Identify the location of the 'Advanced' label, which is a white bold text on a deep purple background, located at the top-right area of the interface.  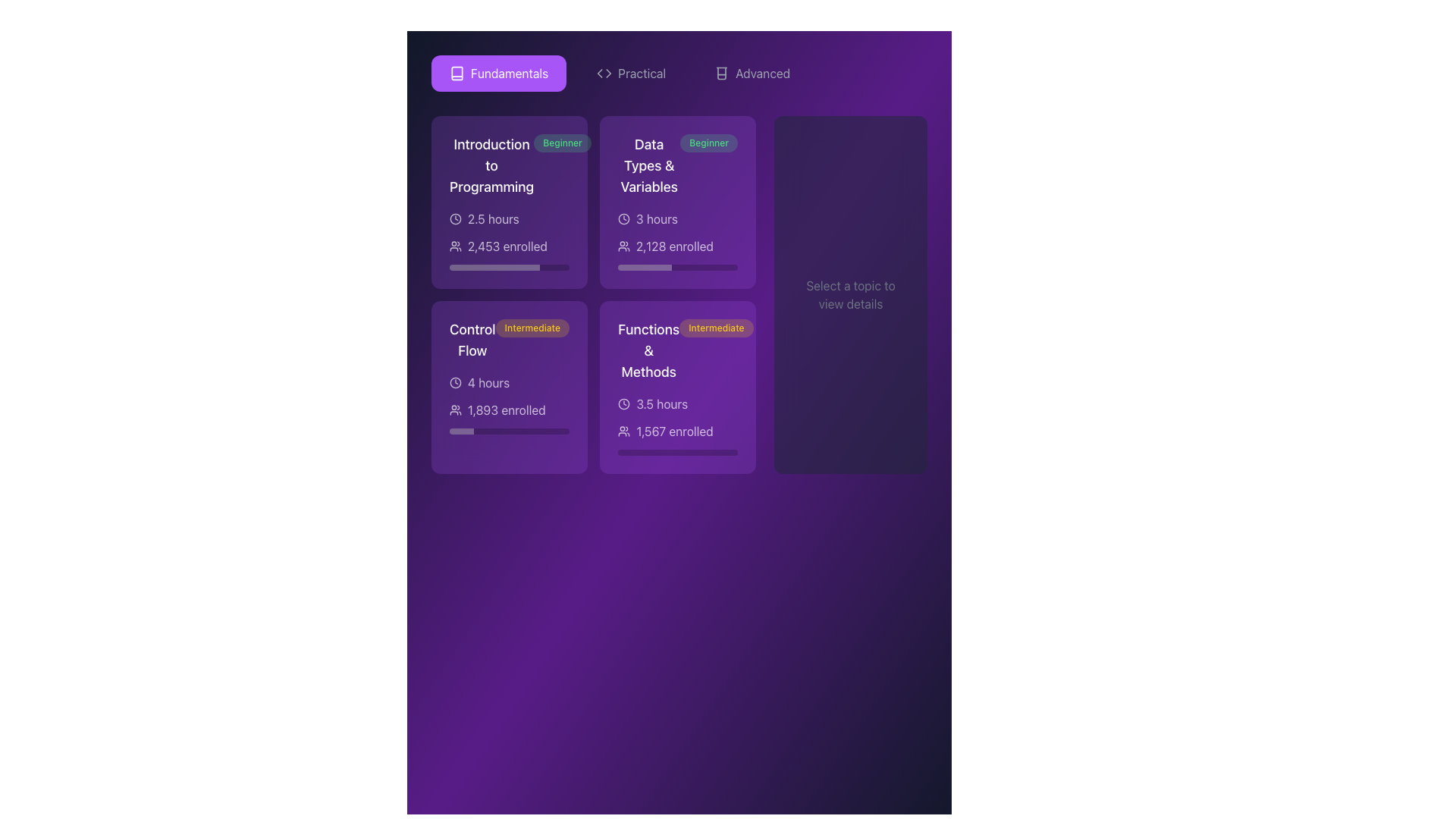
(763, 73).